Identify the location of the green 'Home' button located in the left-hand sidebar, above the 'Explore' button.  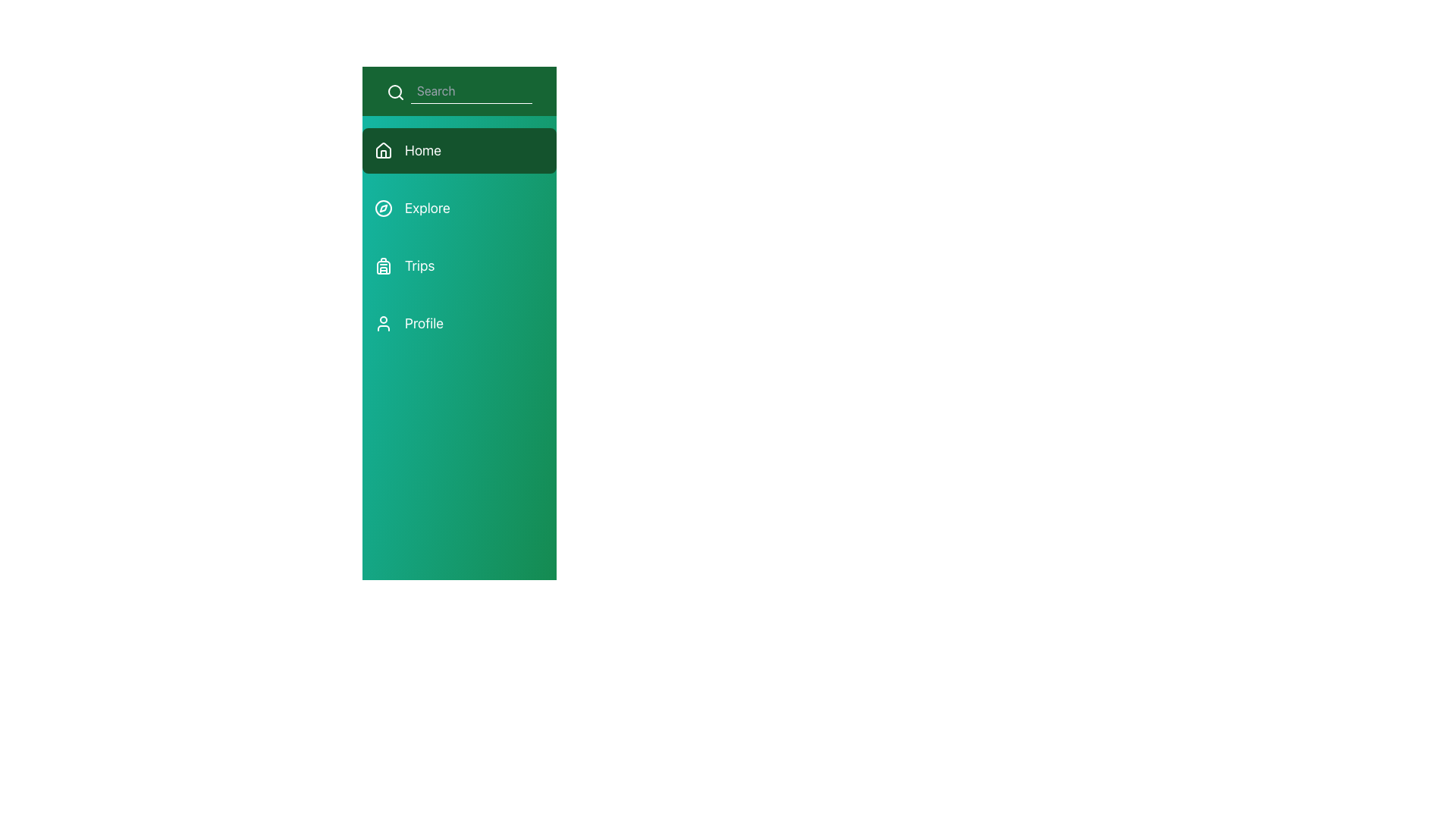
(458, 151).